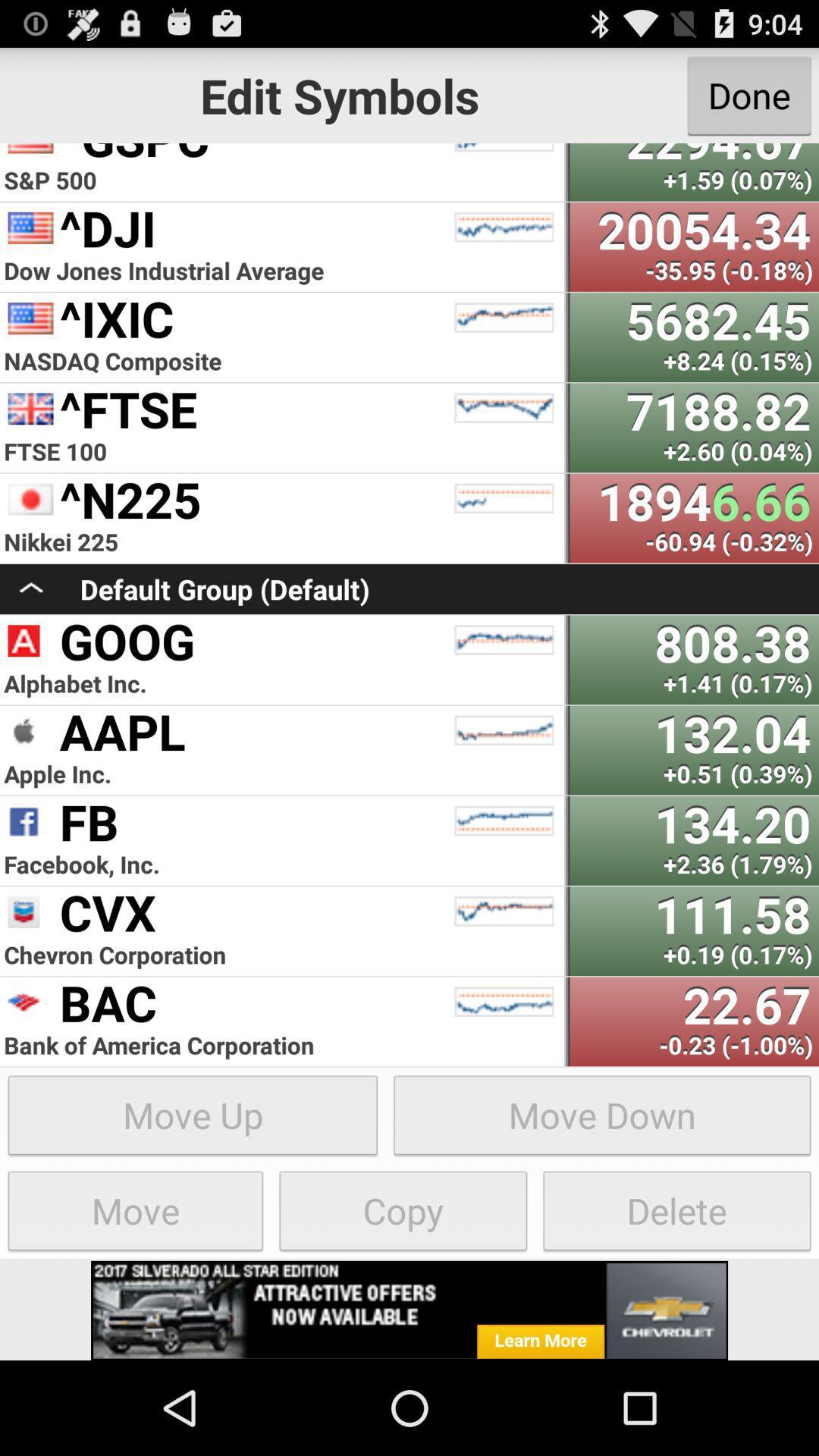 The height and width of the screenshot is (1456, 819). What do you see at coordinates (409, 1310) in the screenshot?
I see `click on advertisement` at bounding box center [409, 1310].